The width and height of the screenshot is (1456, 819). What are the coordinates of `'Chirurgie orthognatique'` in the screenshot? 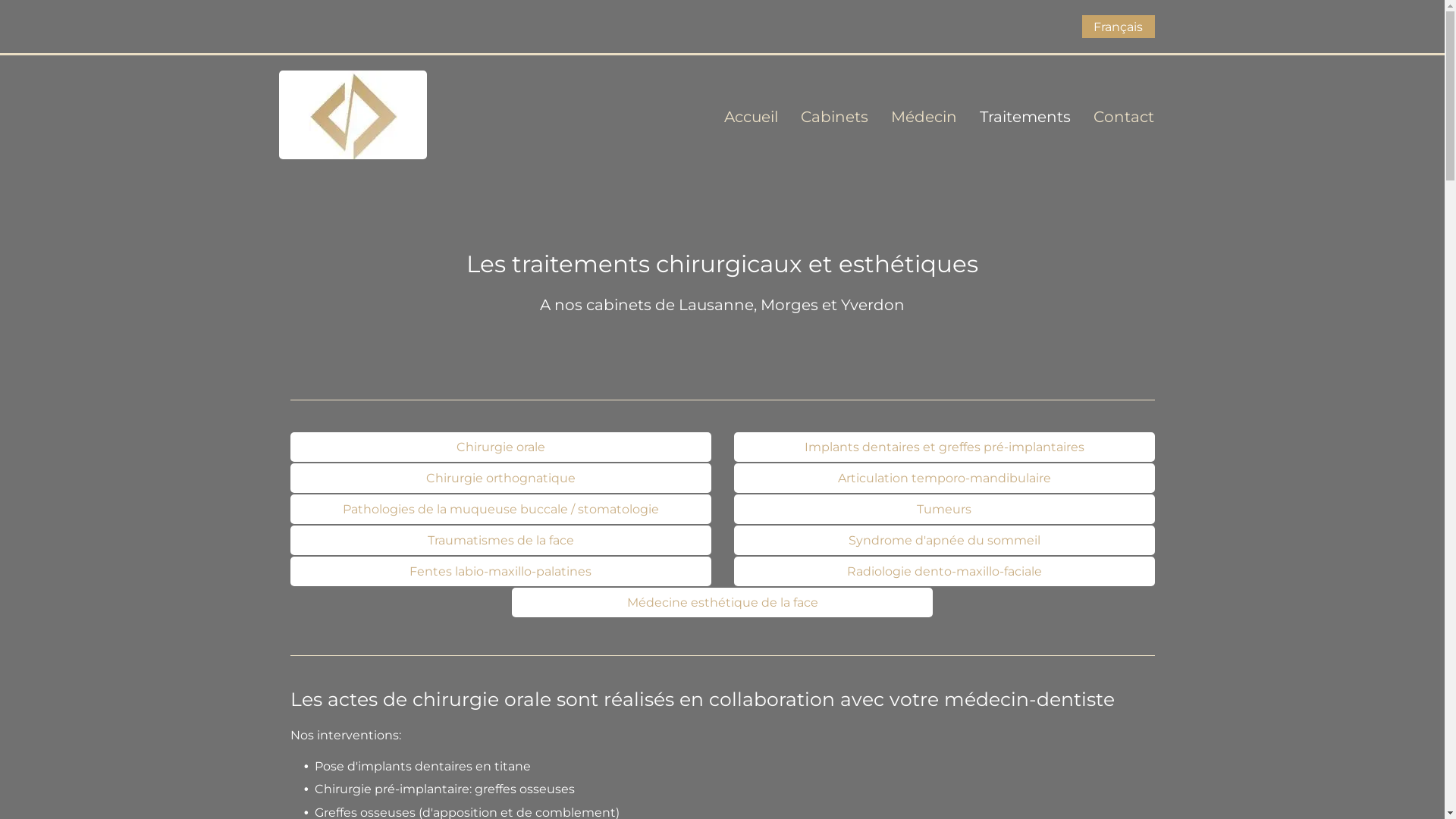 It's located at (500, 478).